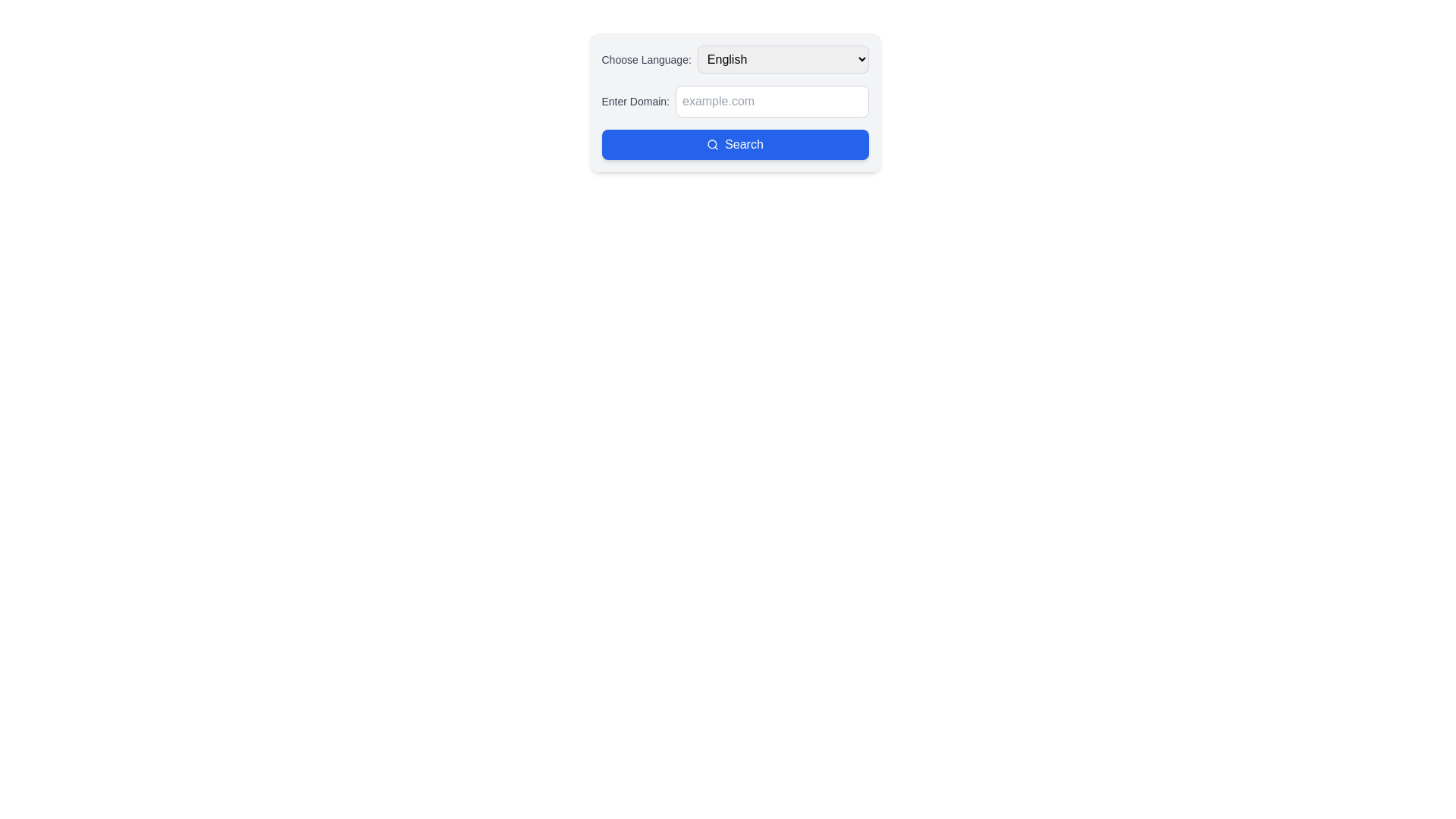  I want to click on the inner circle of the magnifying glass icon, which is part of the search functionality located within the 'Search' button at the bottom of the main interface, so click(711, 144).